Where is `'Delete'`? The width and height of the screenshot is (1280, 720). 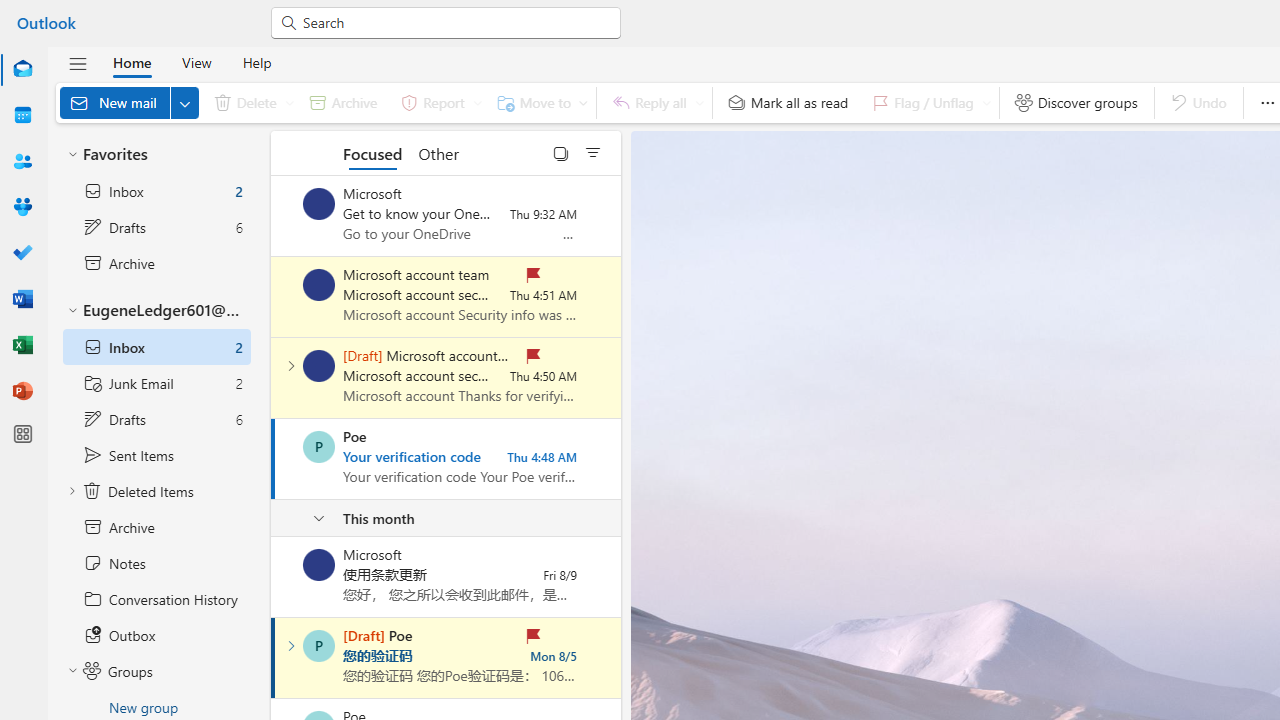 'Delete' is located at coordinates (249, 102).